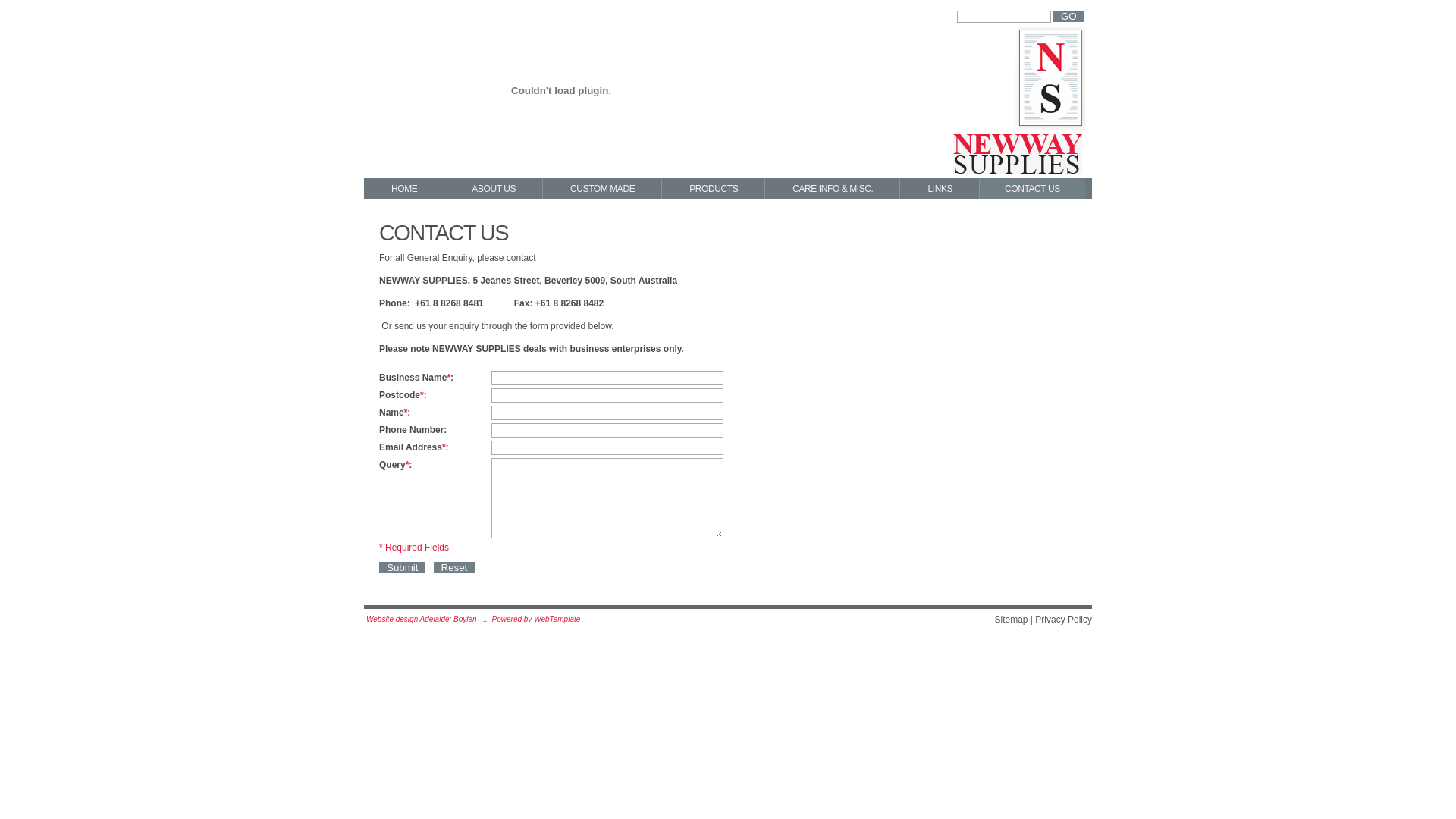 The width and height of the screenshot is (1456, 819). Describe the element at coordinates (378, 567) in the screenshot. I see `'Submit'` at that location.